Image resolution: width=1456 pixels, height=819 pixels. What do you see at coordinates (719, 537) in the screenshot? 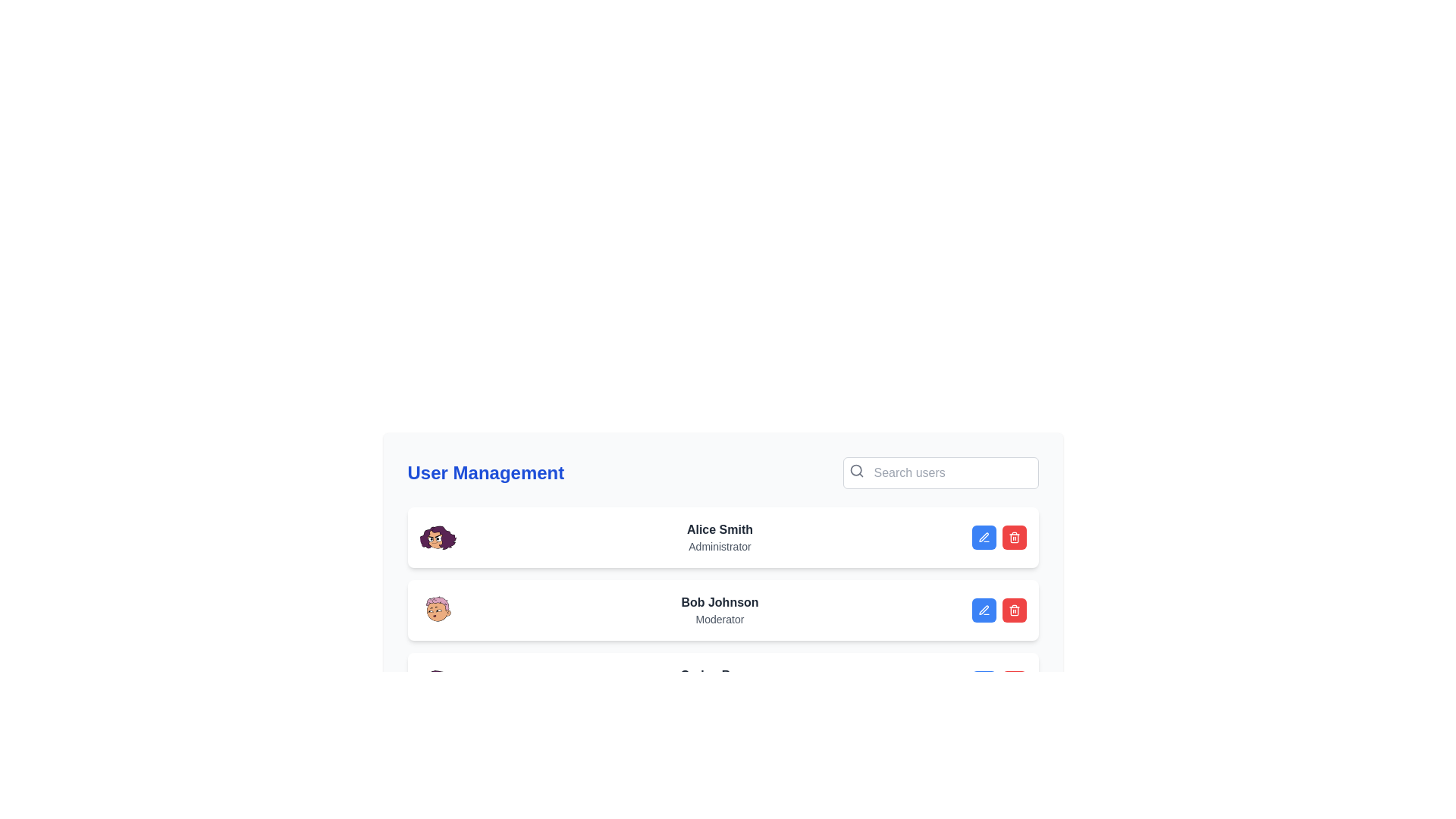
I see `the vertical text display containing 'Alice Smith' and 'Administrator' which is positioned in the top card of the user list under 'User Management'` at bounding box center [719, 537].